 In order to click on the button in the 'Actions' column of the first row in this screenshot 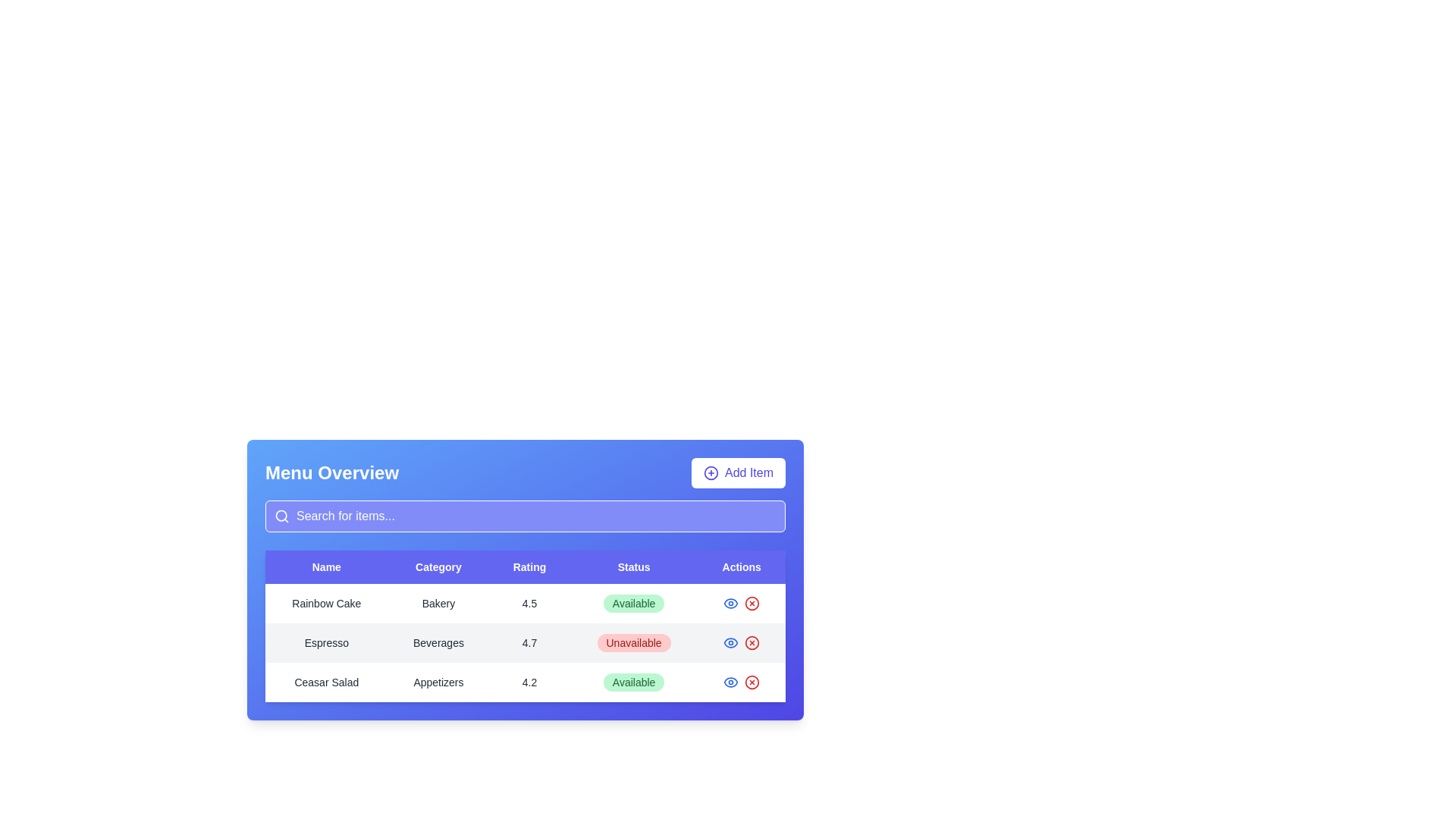, I will do `click(752, 602)`.